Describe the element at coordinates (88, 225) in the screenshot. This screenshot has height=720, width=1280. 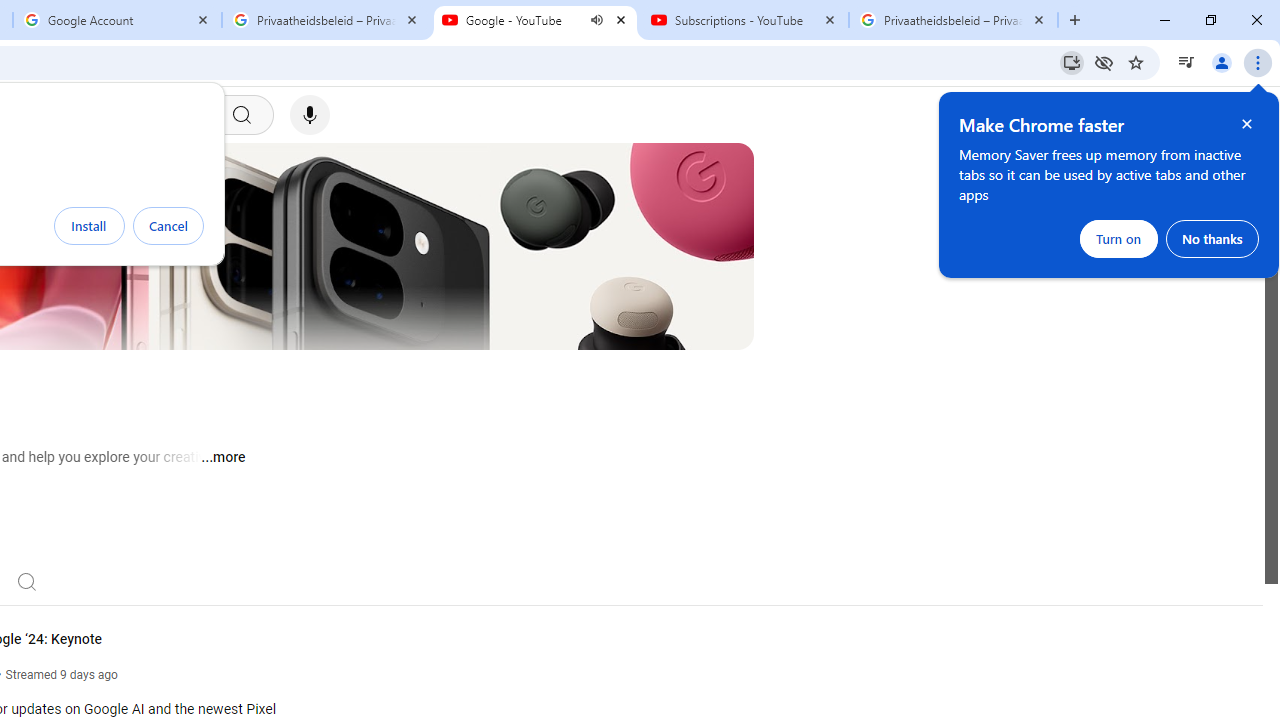
I see `'Install'` at that location.